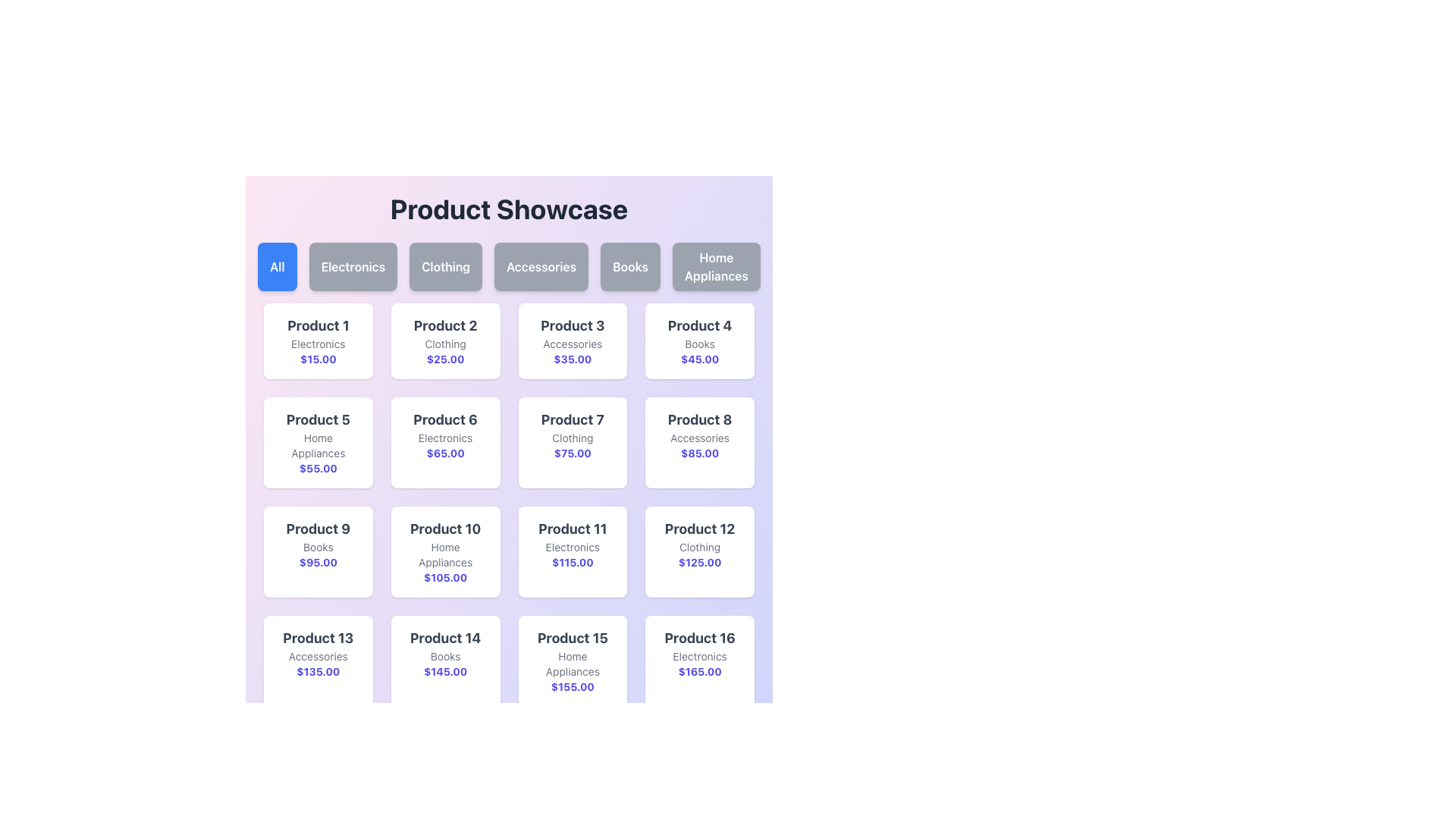 The height and width of the screenshot is (819, 1456). What do you see at coordinates (699, 344) in the screenshot?
I see `the 'Books' text label which is styled in gray color and is located at the center bottom part of the 'Product 4' card, positioned below the product name and above the product price` at bounding box center [699, 344].